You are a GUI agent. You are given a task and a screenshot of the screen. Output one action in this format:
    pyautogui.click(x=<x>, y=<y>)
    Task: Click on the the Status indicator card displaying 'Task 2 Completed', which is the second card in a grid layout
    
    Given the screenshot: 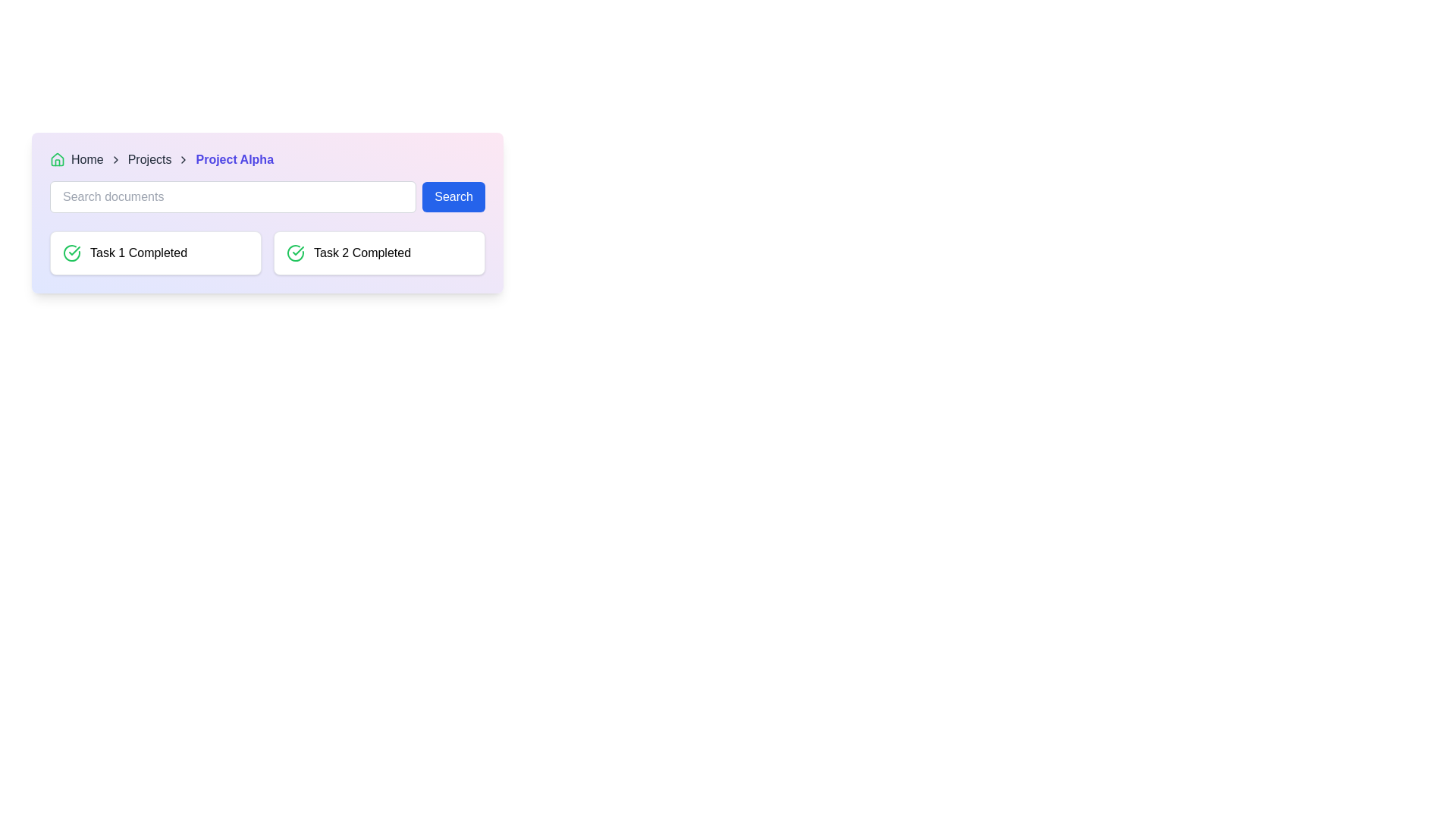 What is the action you would take?
    pyautogui.click(x=379, y=253)
    